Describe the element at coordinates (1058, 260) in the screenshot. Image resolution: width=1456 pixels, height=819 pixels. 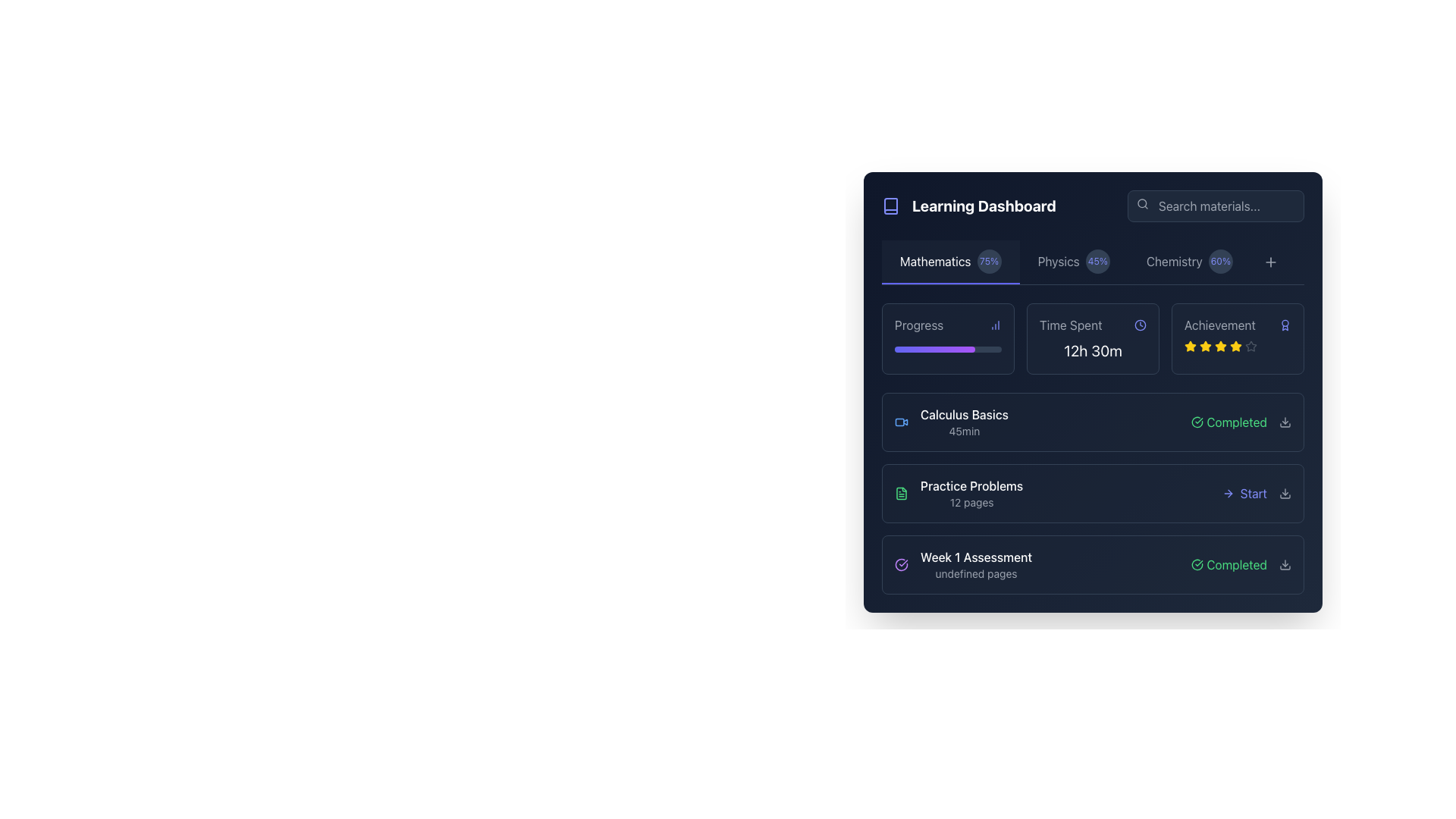
I see `the 'Physics' tab label located between the 'Mathematics' tab and the circular badge showing '45%'` at that location.